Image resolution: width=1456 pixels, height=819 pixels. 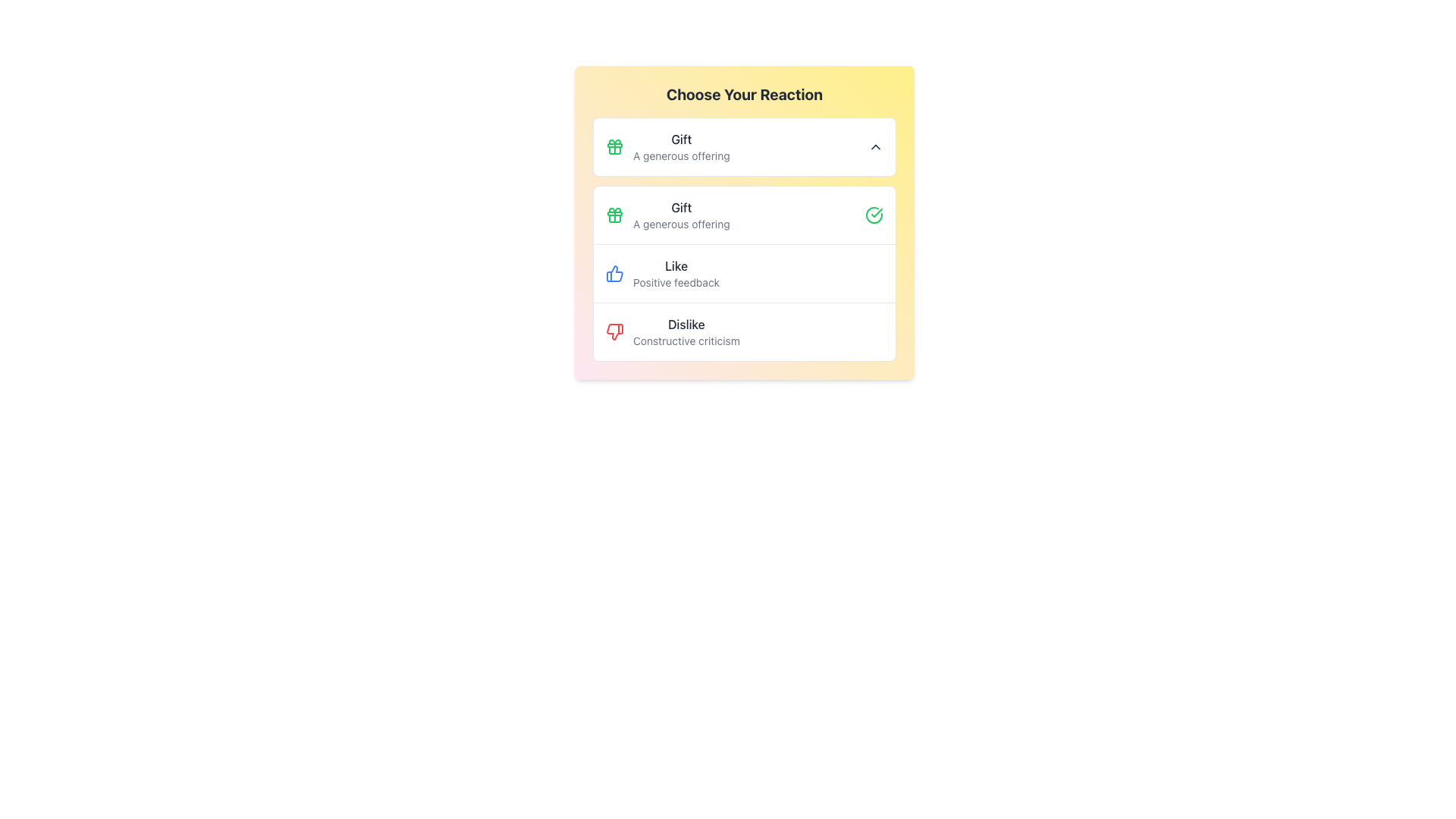 I want to click on the 'Gift' icon located to the left of the label 'Gift A generous offering' in the second choice of the 'Choose Your Reaction' UI, so click(x=615, y=215).